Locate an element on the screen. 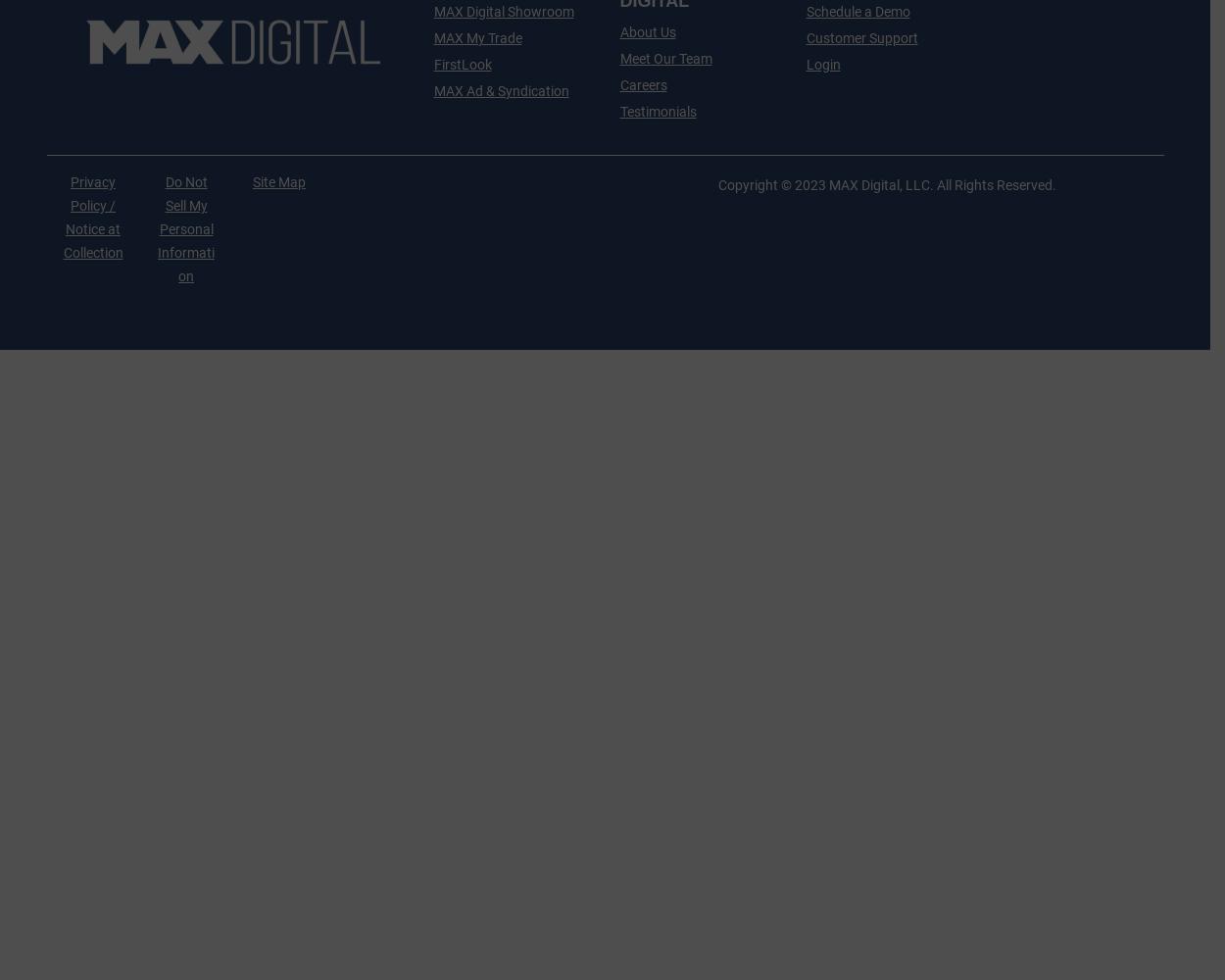 The width and height of the screenshot is (1225, 980). 'MAX My Trade' is located at coordinates (432, 37).